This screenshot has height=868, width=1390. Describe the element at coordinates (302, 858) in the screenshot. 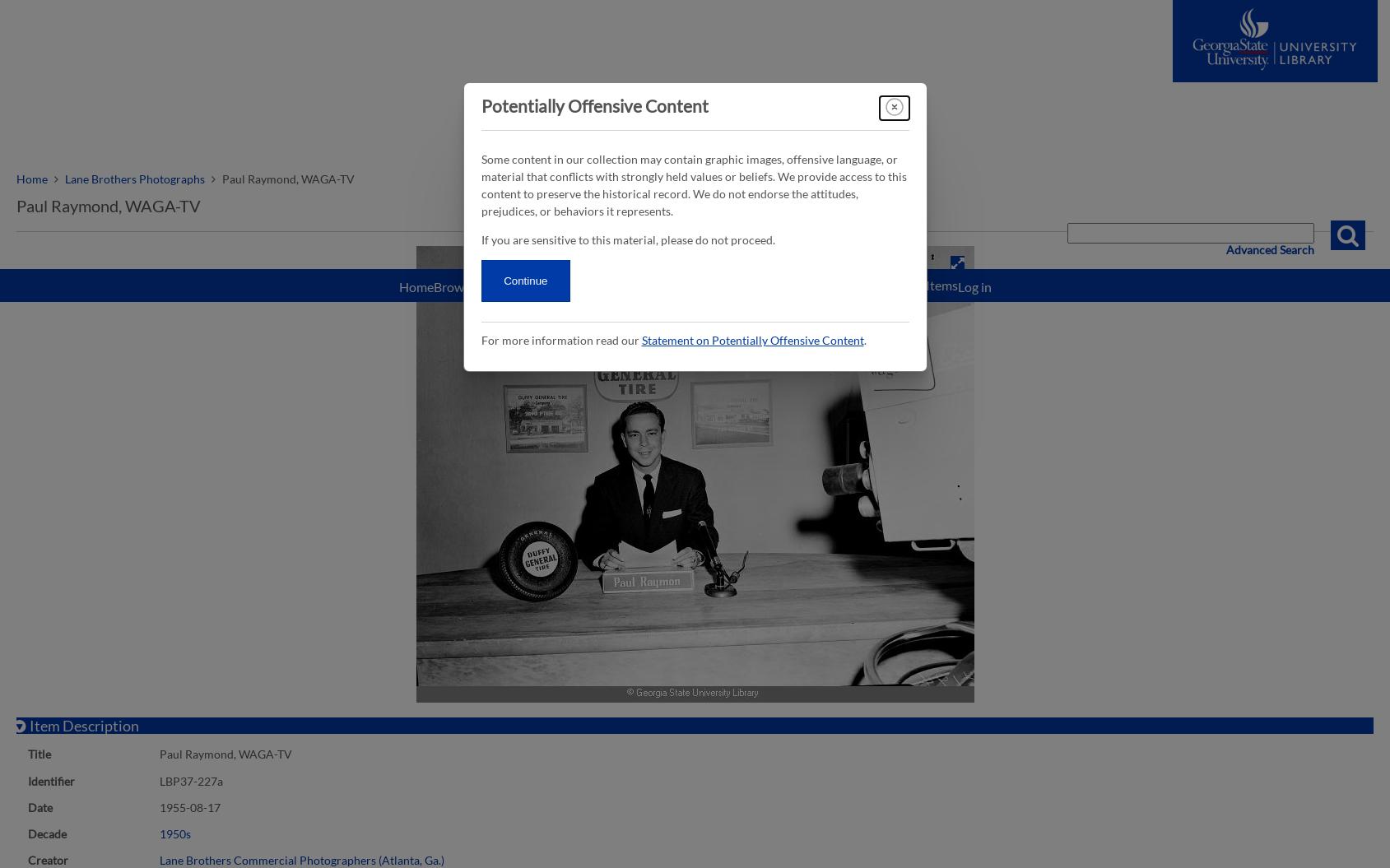

I see `'Lane Brothers Commercial Photographers (Atlanta, Ga.)'` at that location.